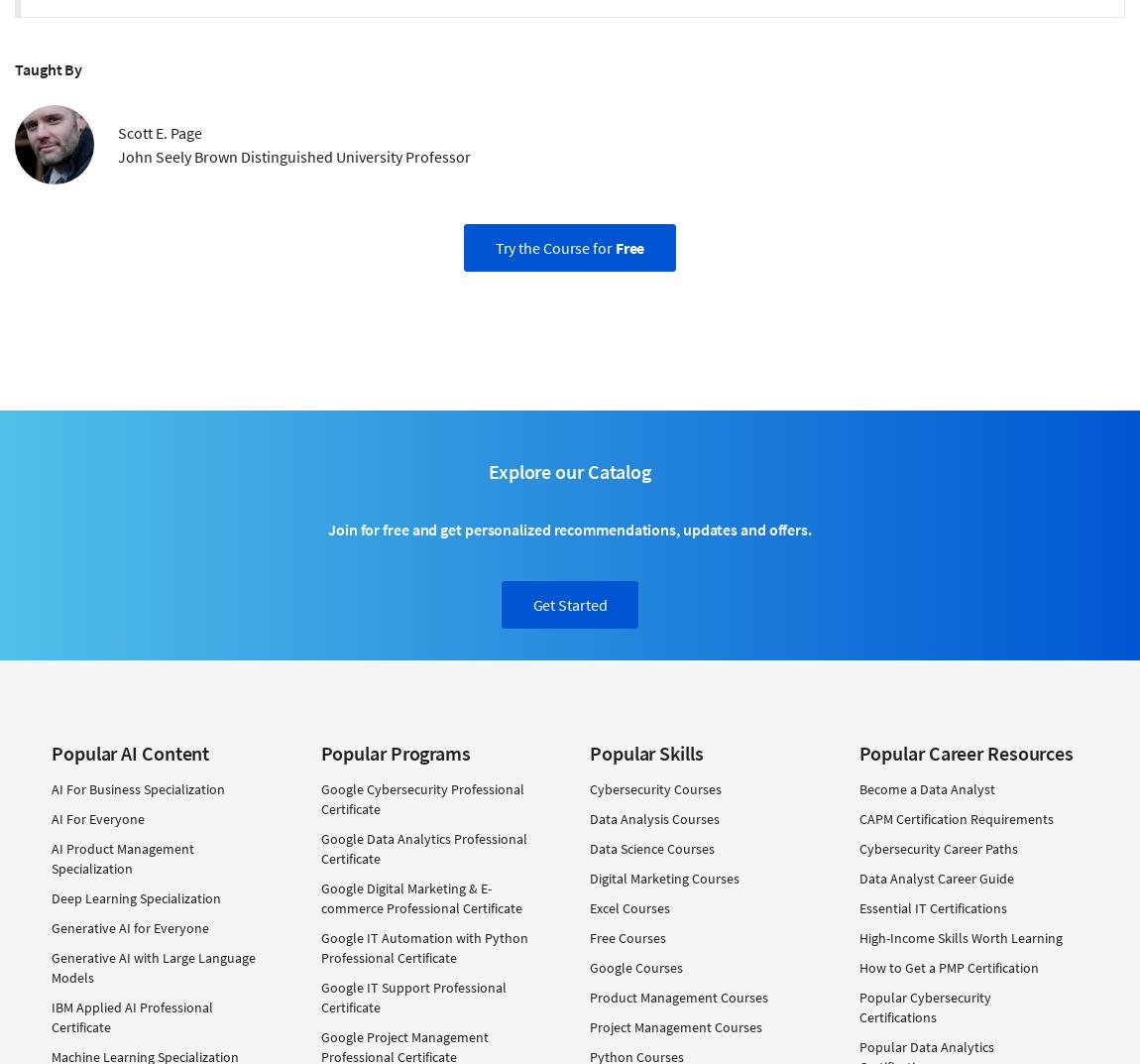 Image resolution: width=1140 pixels, height=1064 pixels. Describe the element at coordinates (423, 945) in the screenshot. I see `'Google IT Automation with Python Professional Certificate'` at that location.